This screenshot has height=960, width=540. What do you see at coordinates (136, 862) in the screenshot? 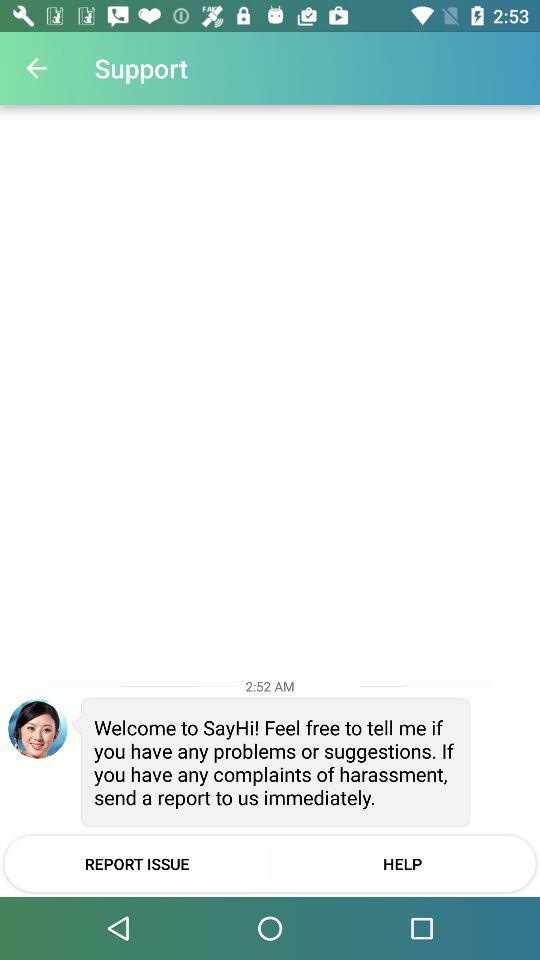
I see `report issue item` at bounding box center [136, 862].